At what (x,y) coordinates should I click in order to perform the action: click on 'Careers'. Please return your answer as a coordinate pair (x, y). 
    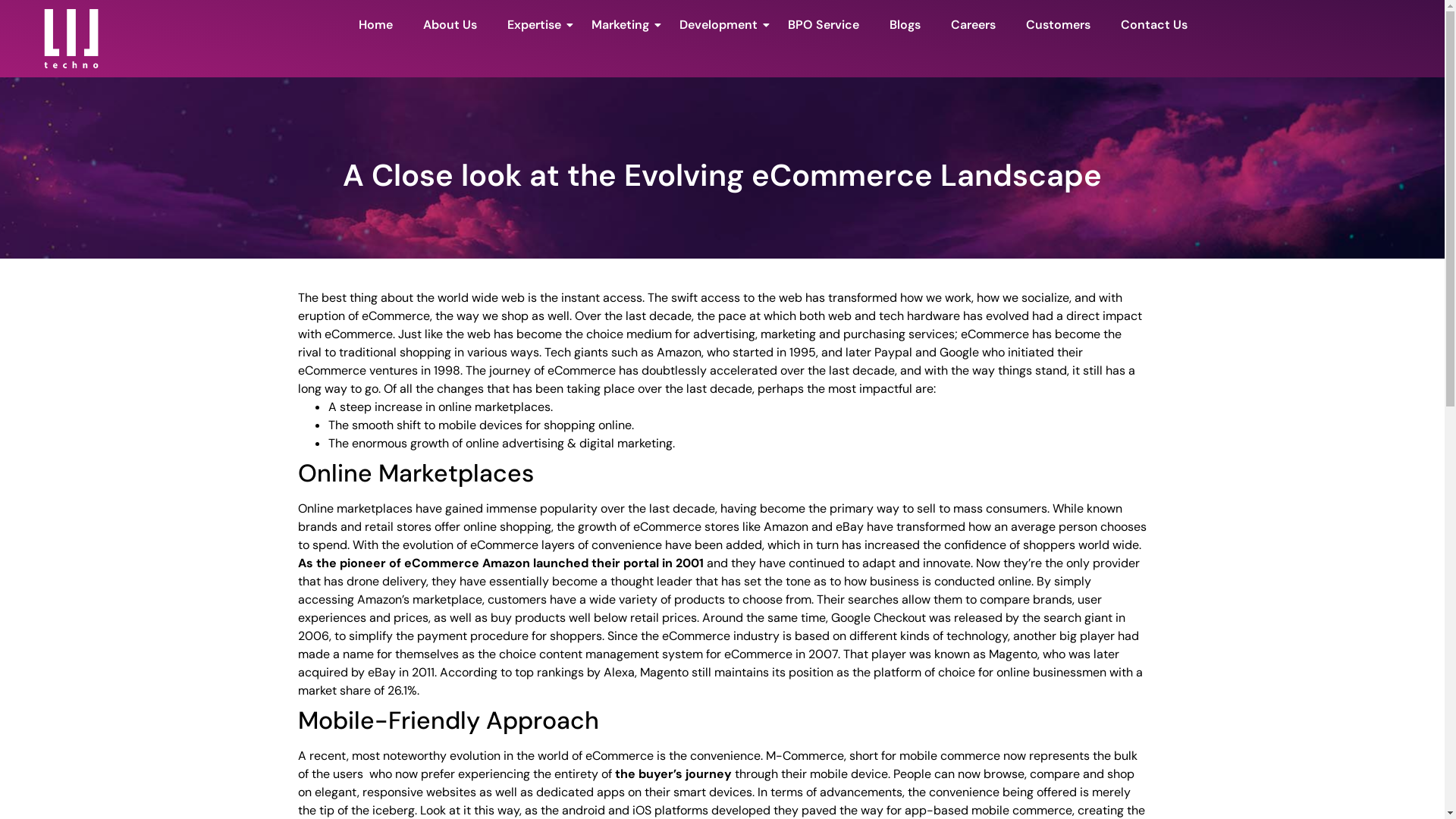
    Looking at the image, I should click on (973, 26).